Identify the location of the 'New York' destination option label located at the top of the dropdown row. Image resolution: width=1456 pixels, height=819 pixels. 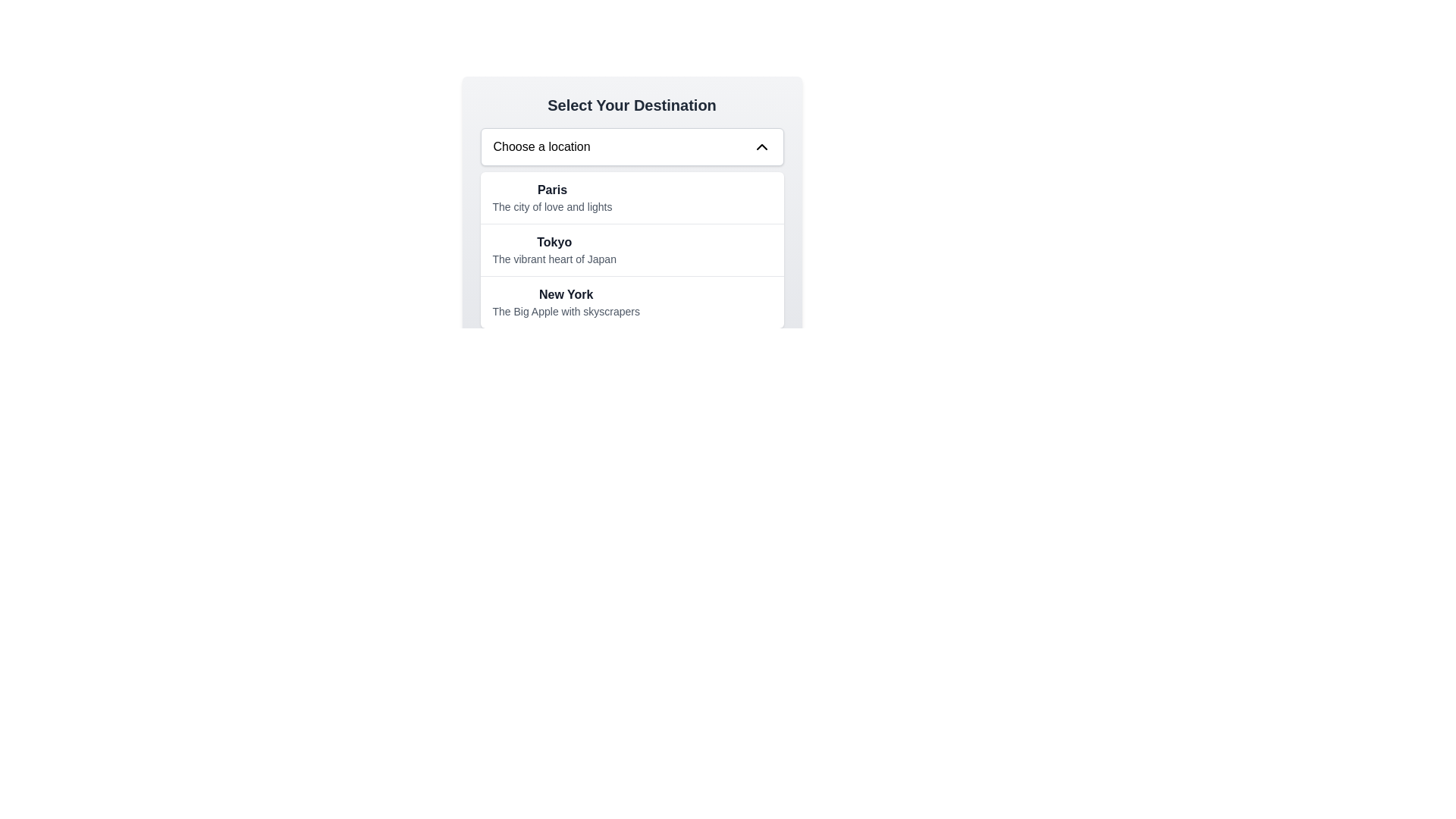
(565, 295).